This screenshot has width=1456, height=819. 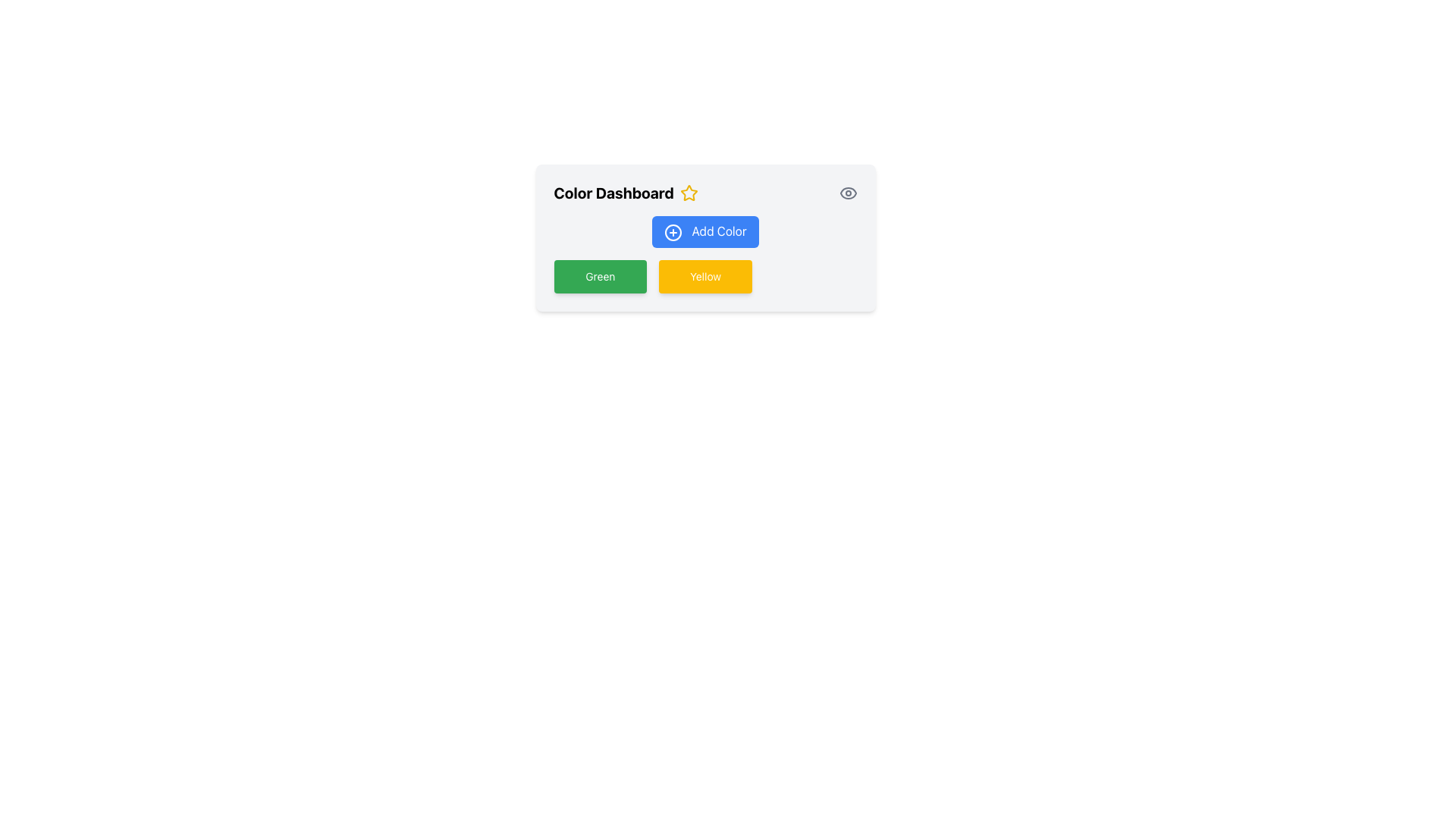 What do you see at coordinates (704, 231) in the screenshot?
I see `the first button located within the Color Dashboard section` at bounding box center [704, 231].